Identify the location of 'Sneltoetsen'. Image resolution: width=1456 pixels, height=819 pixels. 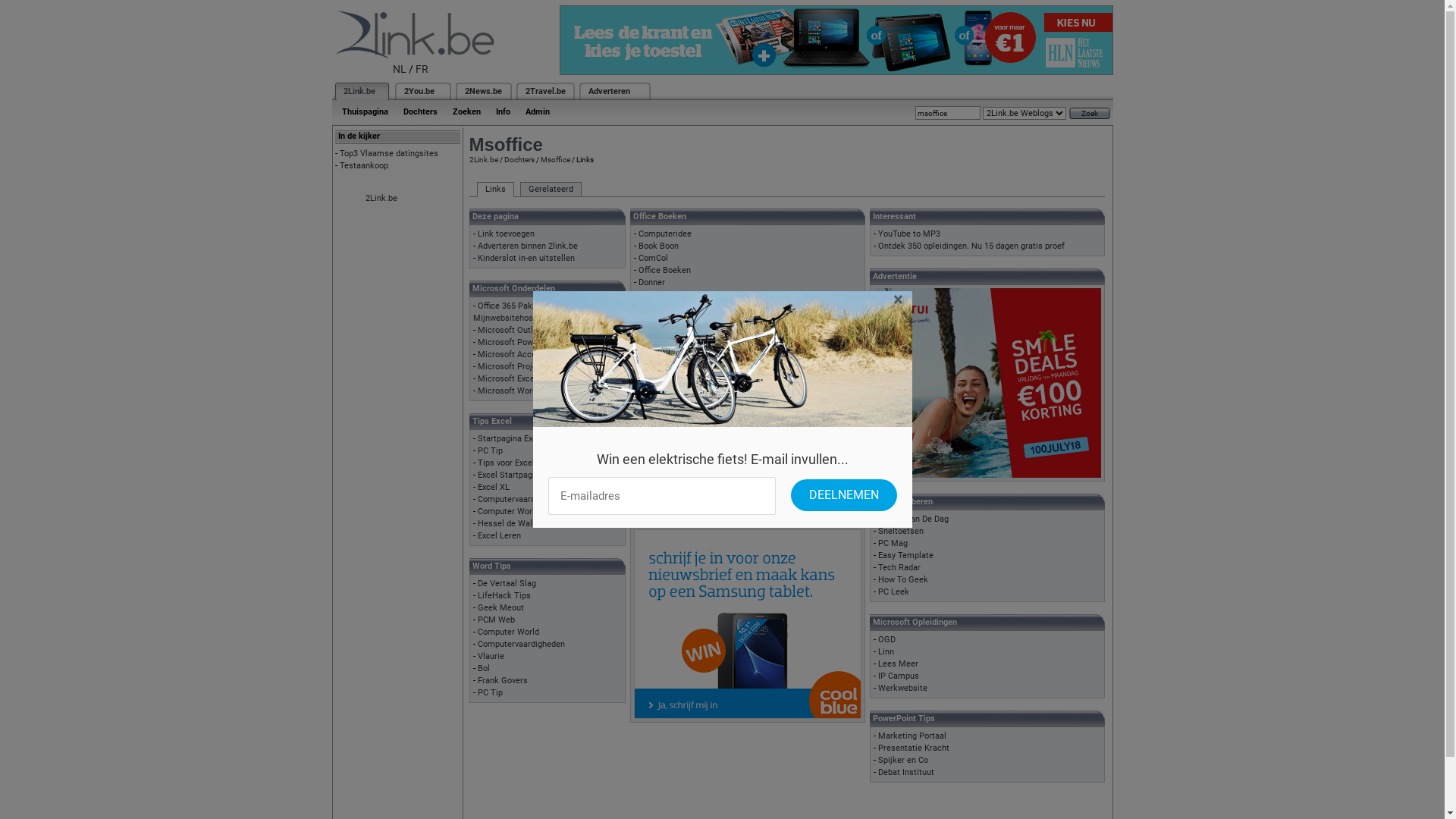
(877, 530).